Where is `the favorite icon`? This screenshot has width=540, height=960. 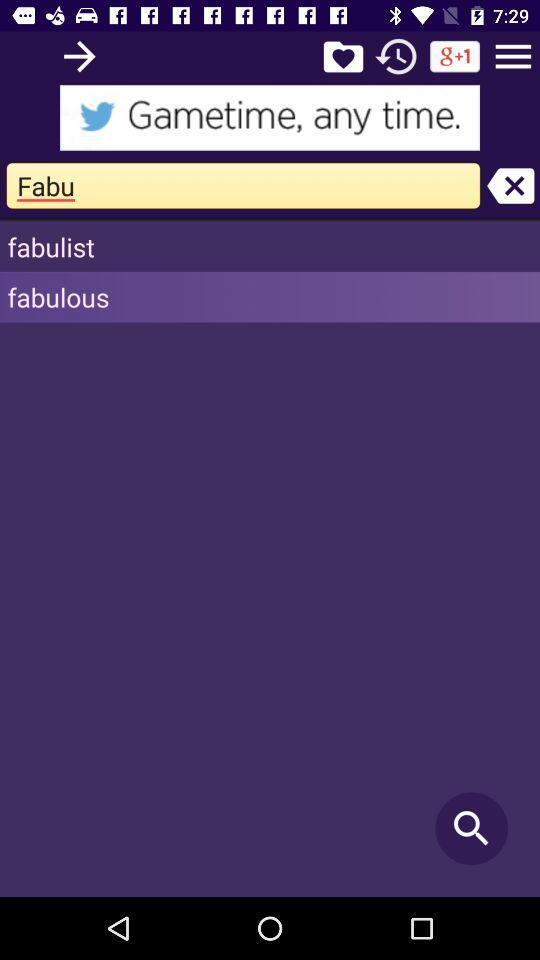 the favorite icon is located at coordinates (342, 55).